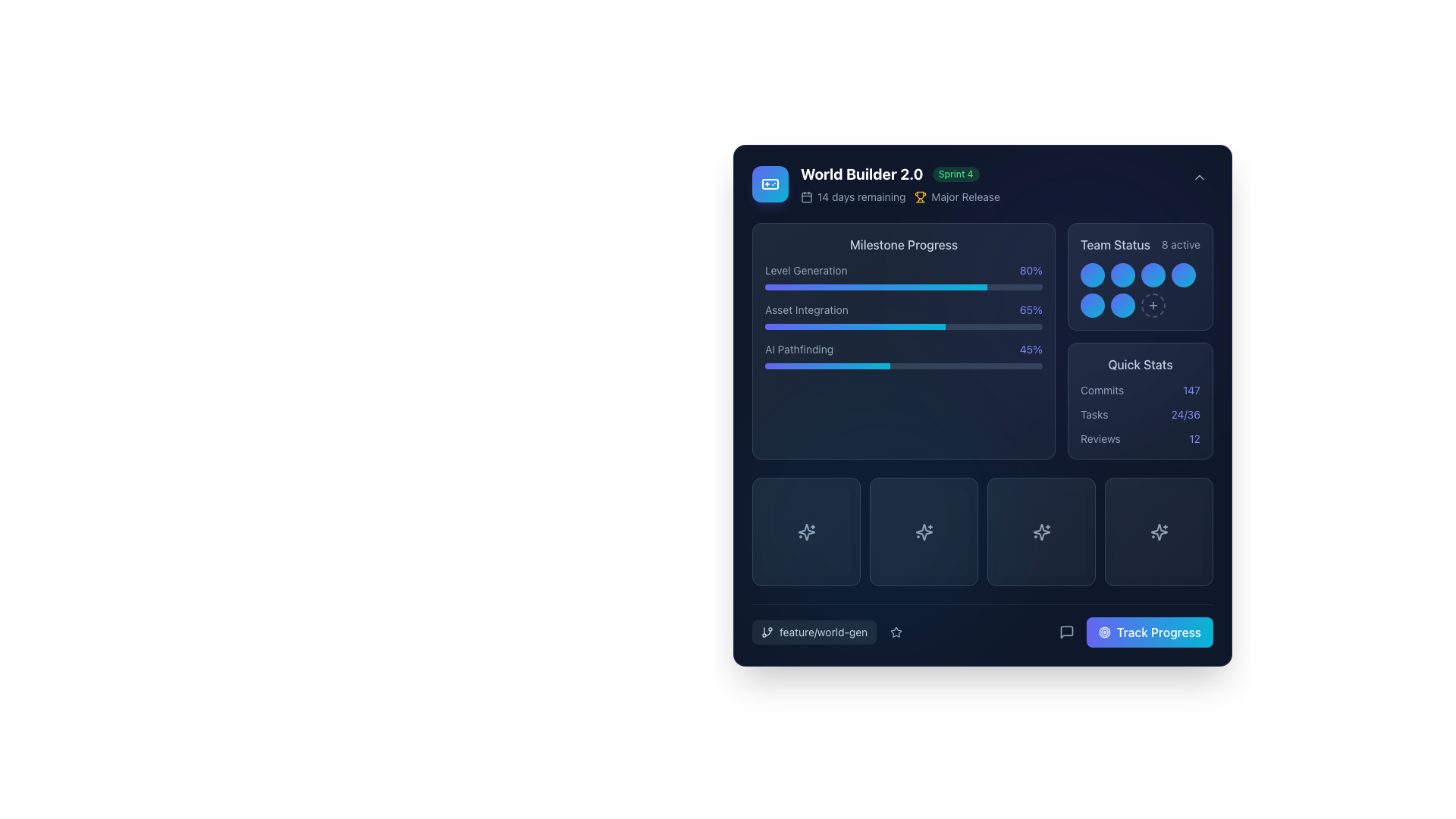  What do you see at coordinates (1031, 309) in the screenshot?
I see `the text label displaying '65%' in indigo color located in the right part of the 'Asset Integration' row within the 'Milestone Progress' section` at bounding box center [1031, 309].